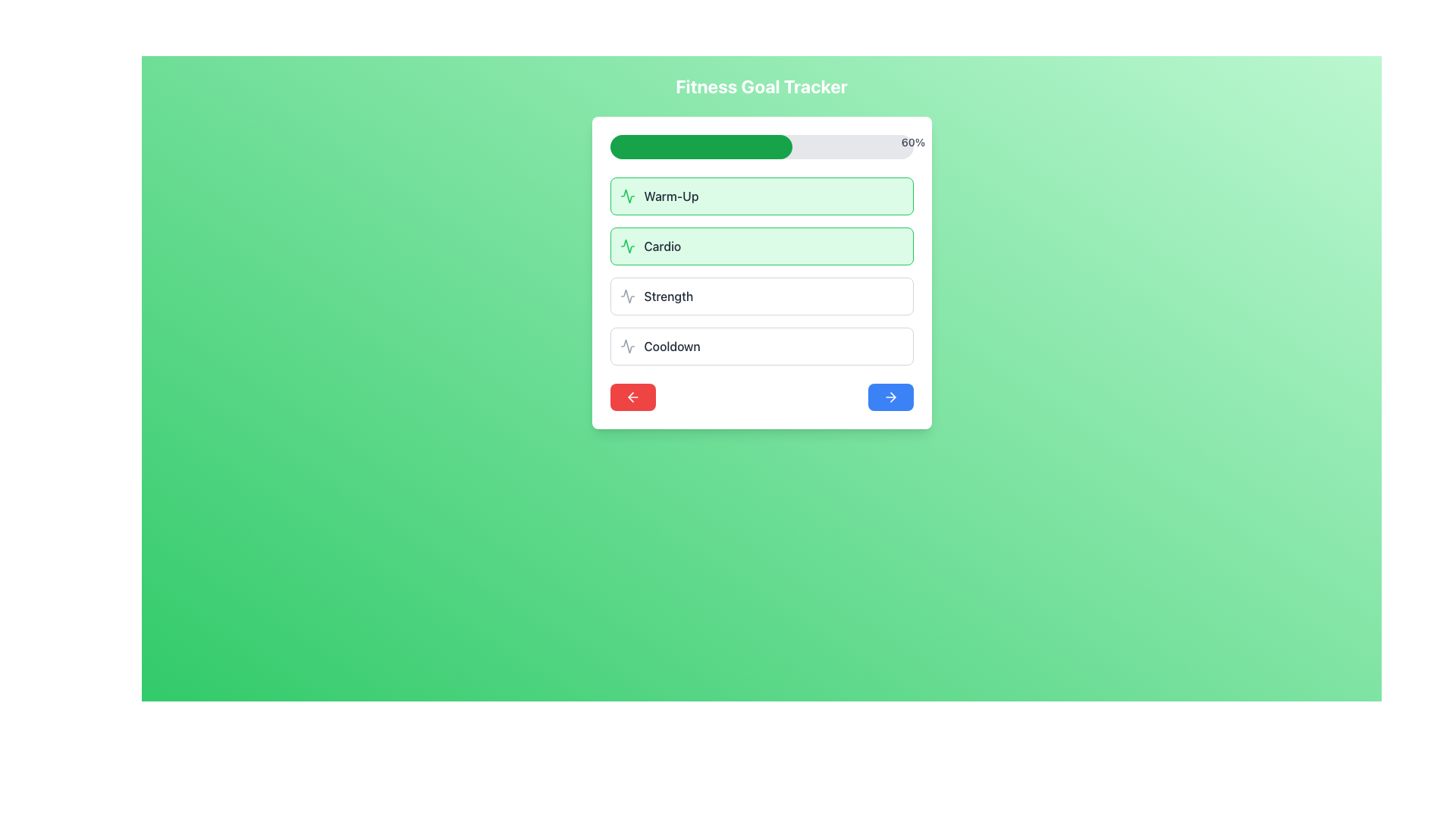 The height and width of the screenshot is (819, 1456). I want to click on the SVG graphic icon that visually resembles a wave or zig-zag line, located to the left of the 'Strength' label in the list of items including 'Warm-Up,' 'Cardio,' 'Strength,' and 'Cooldown.', so click(627, 296).